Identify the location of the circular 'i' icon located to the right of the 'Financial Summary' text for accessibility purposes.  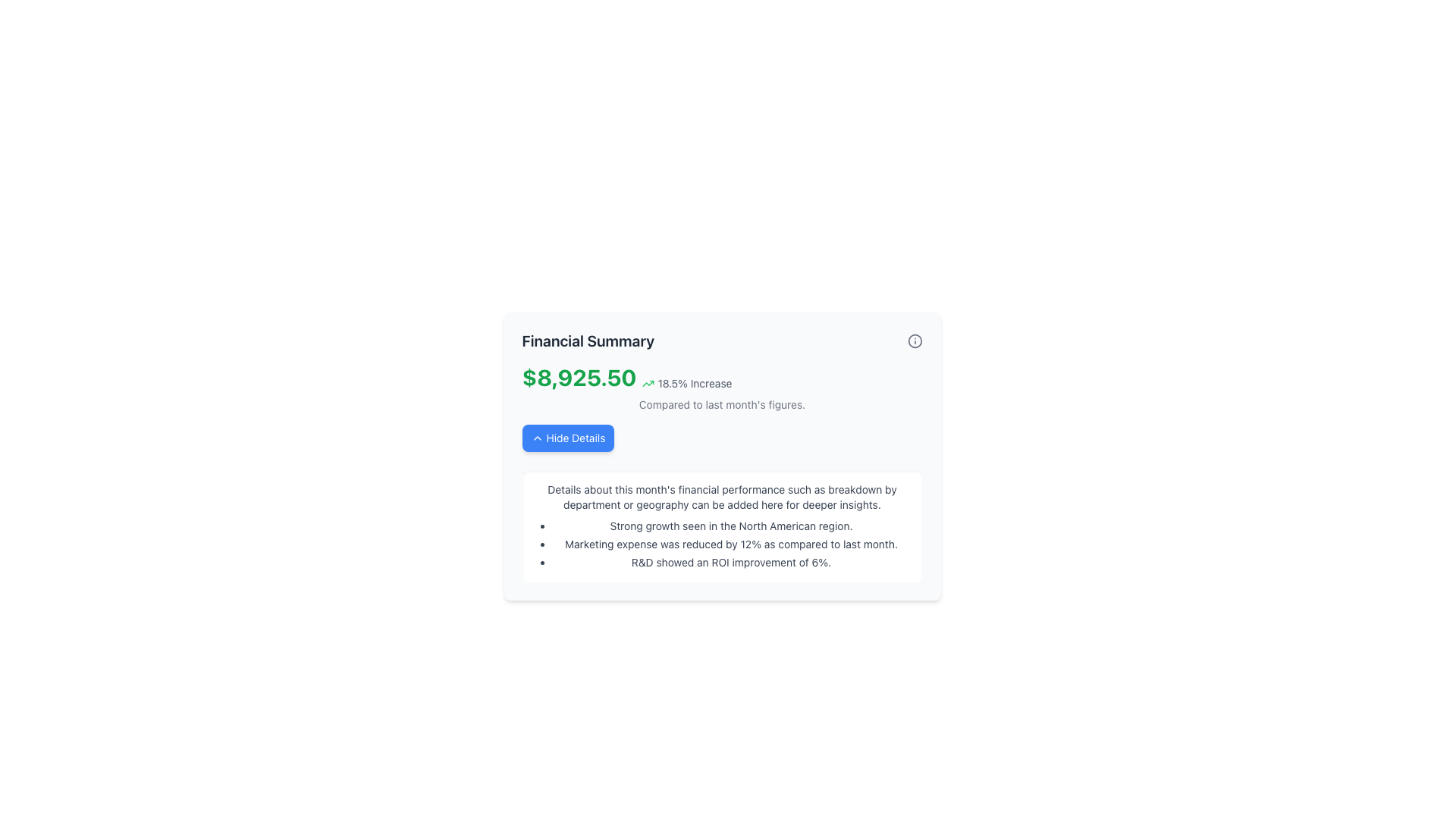
(914, 341).